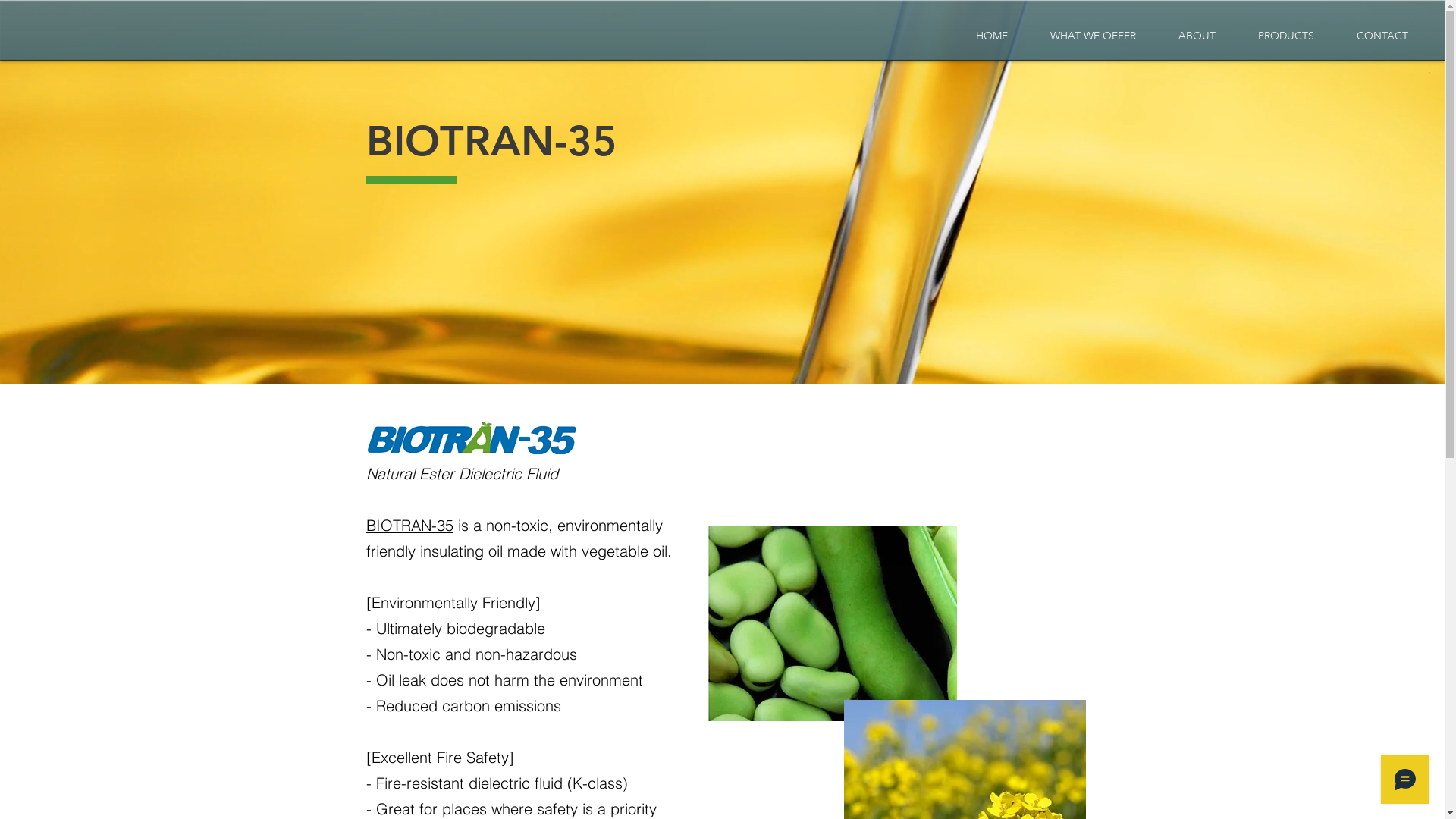 The height and width of the screenshot is (819, 1456). Describe the element at coordinates (1156, 35) in the screenshot. I see `'ABOUT'` at that location.